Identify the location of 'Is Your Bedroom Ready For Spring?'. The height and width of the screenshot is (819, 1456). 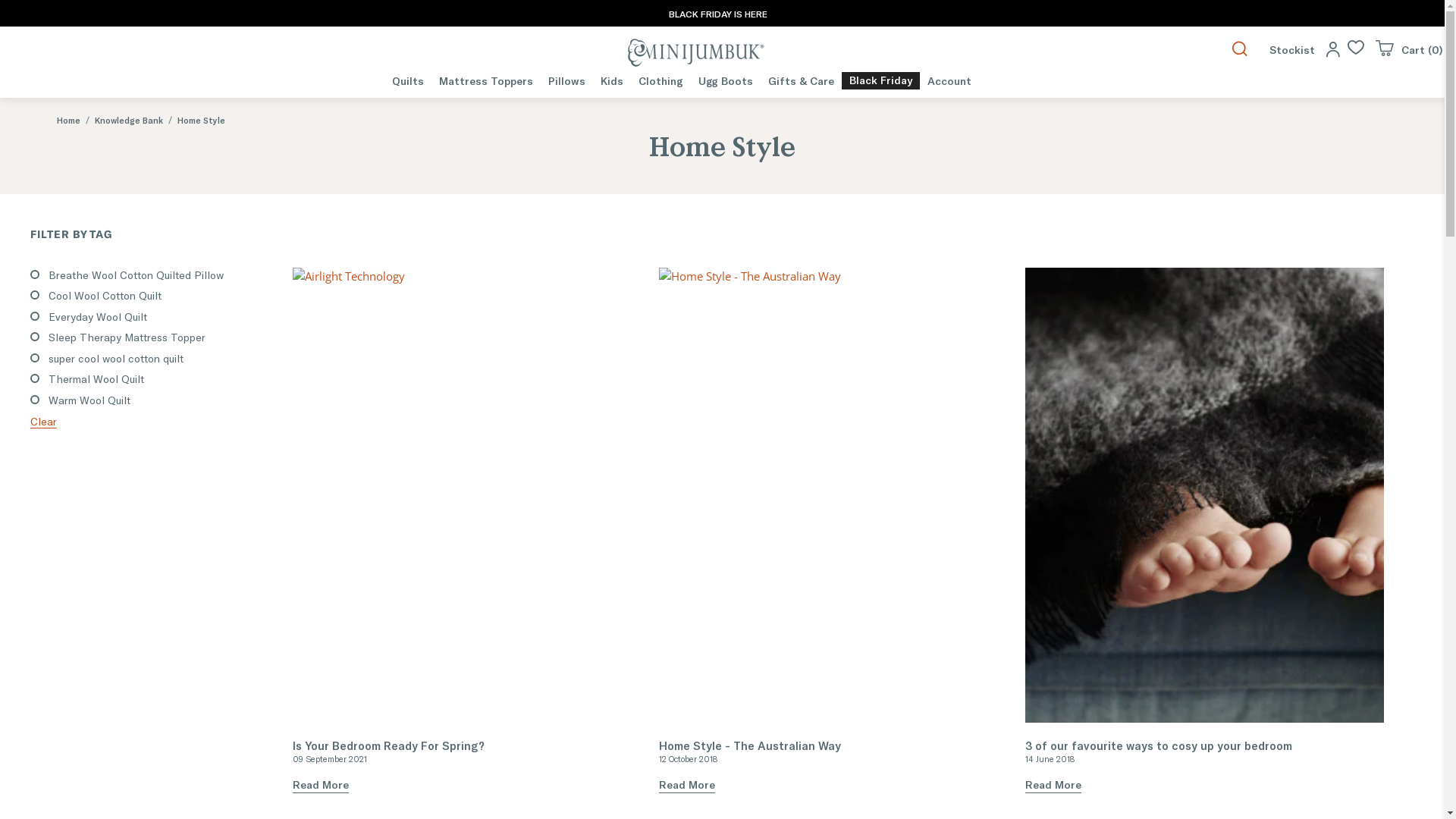
(471, 494).